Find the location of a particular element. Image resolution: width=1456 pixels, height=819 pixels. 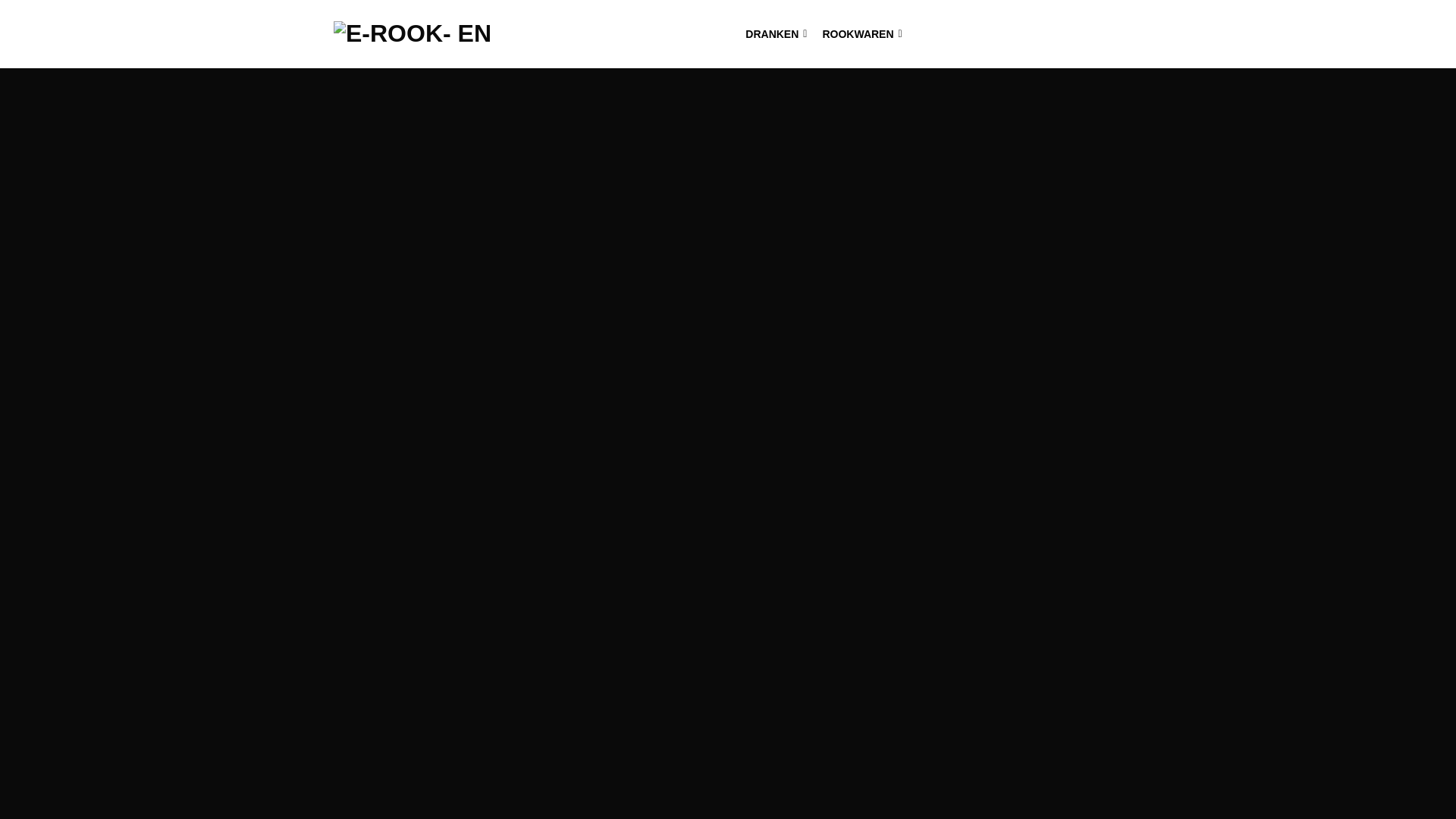

'ROOKWAREN' is located at coordinates (814, 34).